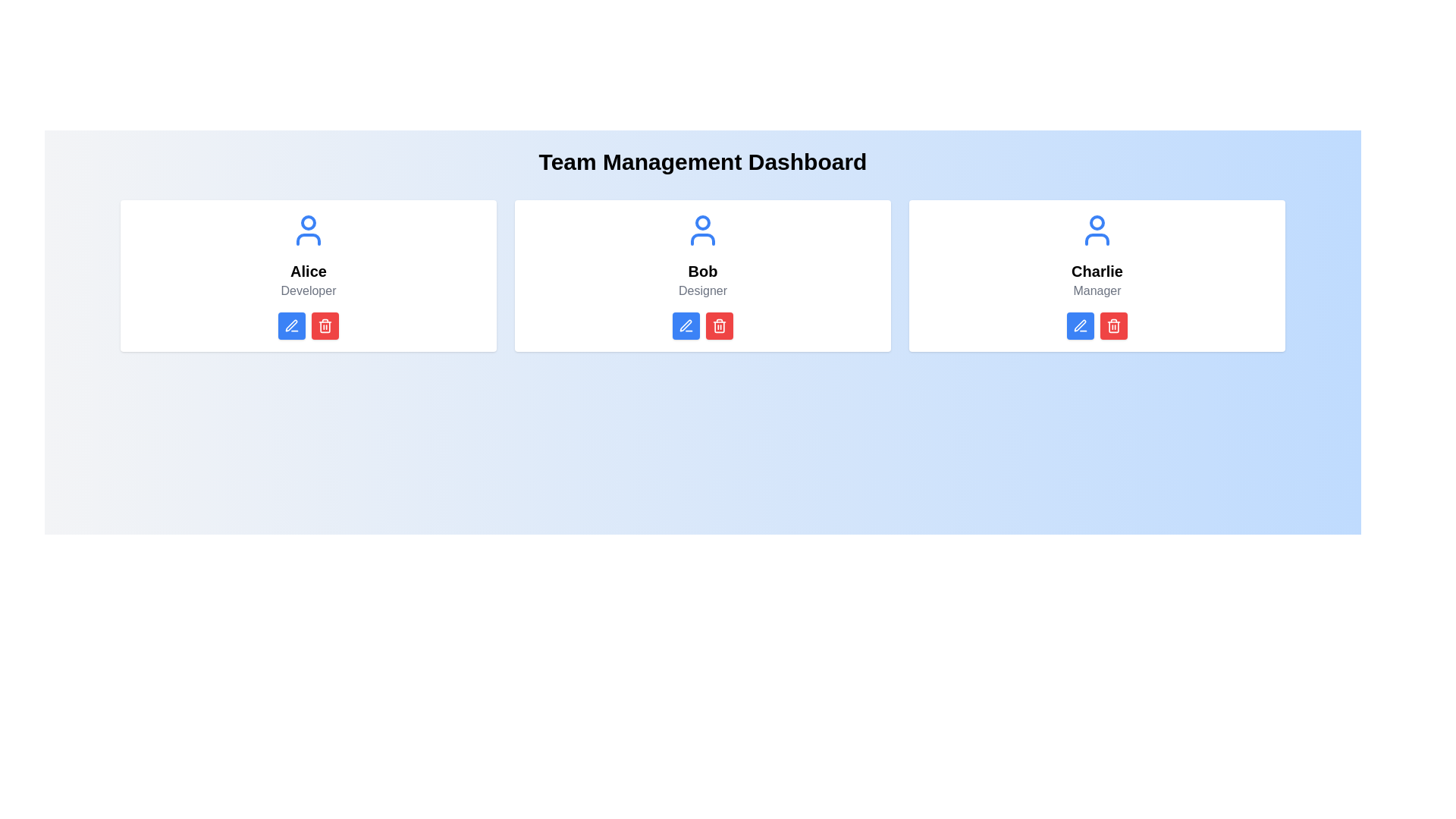  Describe the element at coordinates (291, 325) in the screenshot. I see `the blue rectangular button with rounded corners containing a white pen icon, located below the 'Alice, Developer' card in the Team Management Dashboard` at that location.